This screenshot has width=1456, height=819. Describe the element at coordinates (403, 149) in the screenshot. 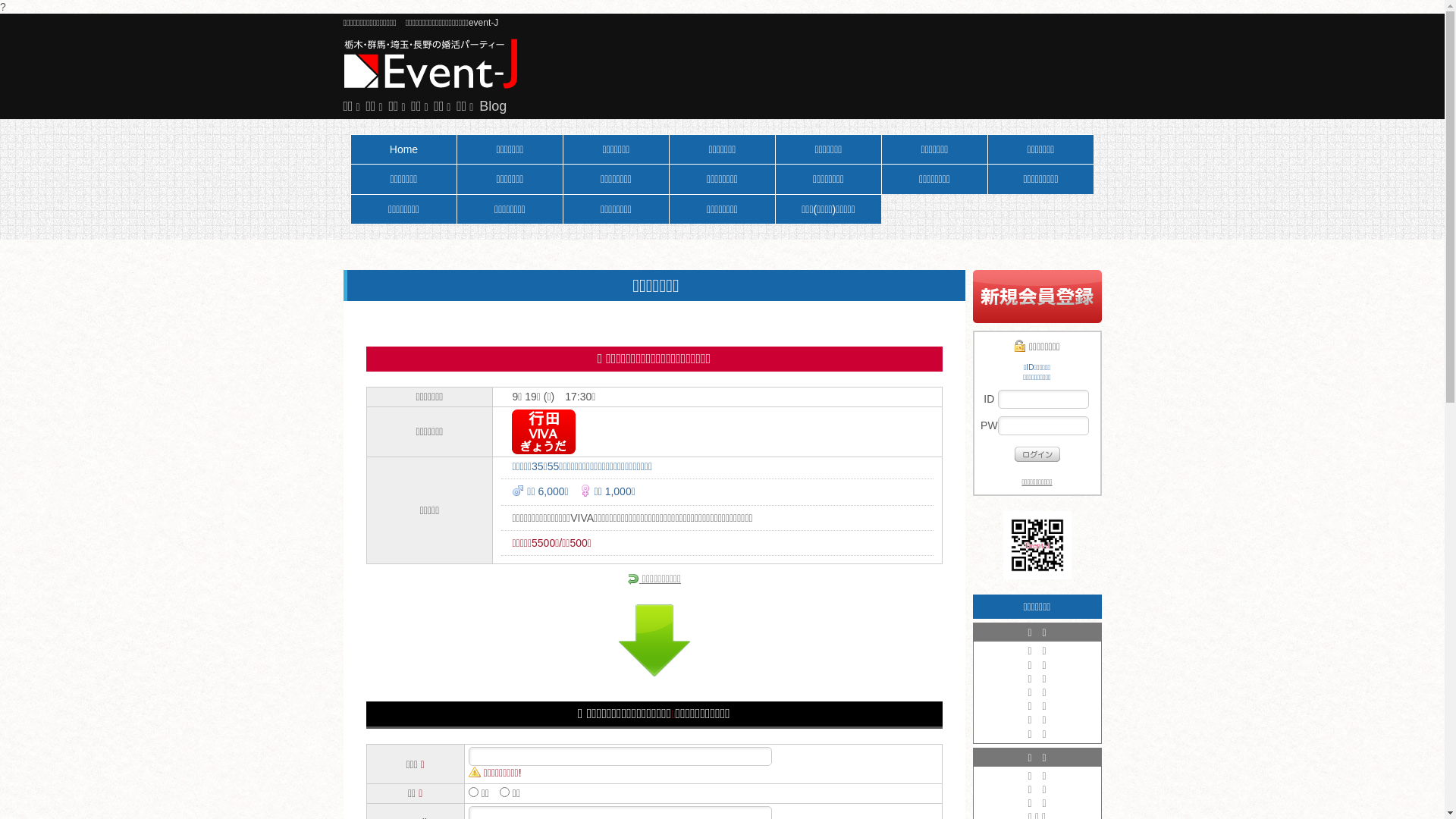

I see `'Home'` at that location.